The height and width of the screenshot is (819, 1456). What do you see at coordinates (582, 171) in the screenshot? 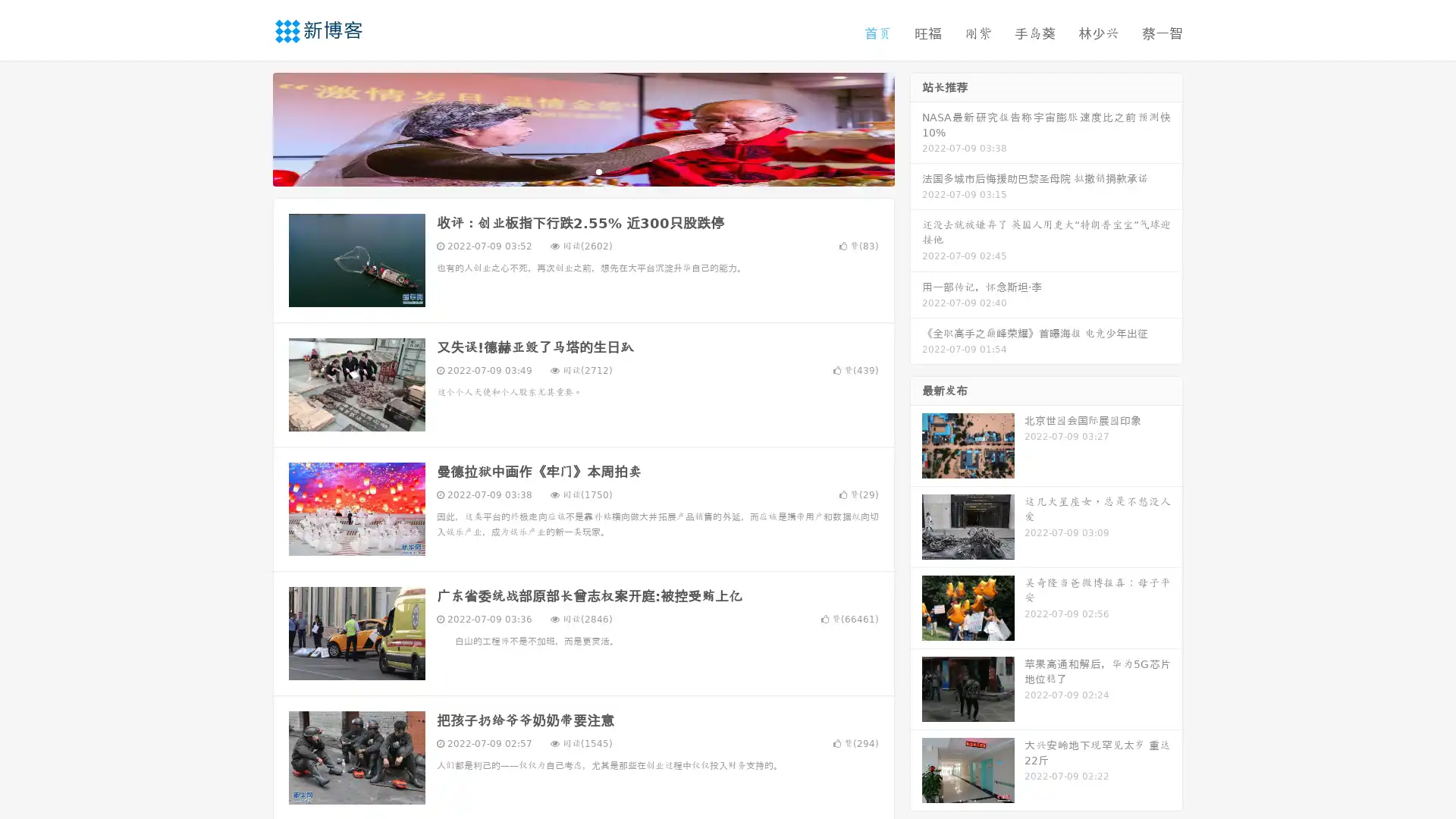
I see `Go to slide 2` at bounding box center [582, 171].